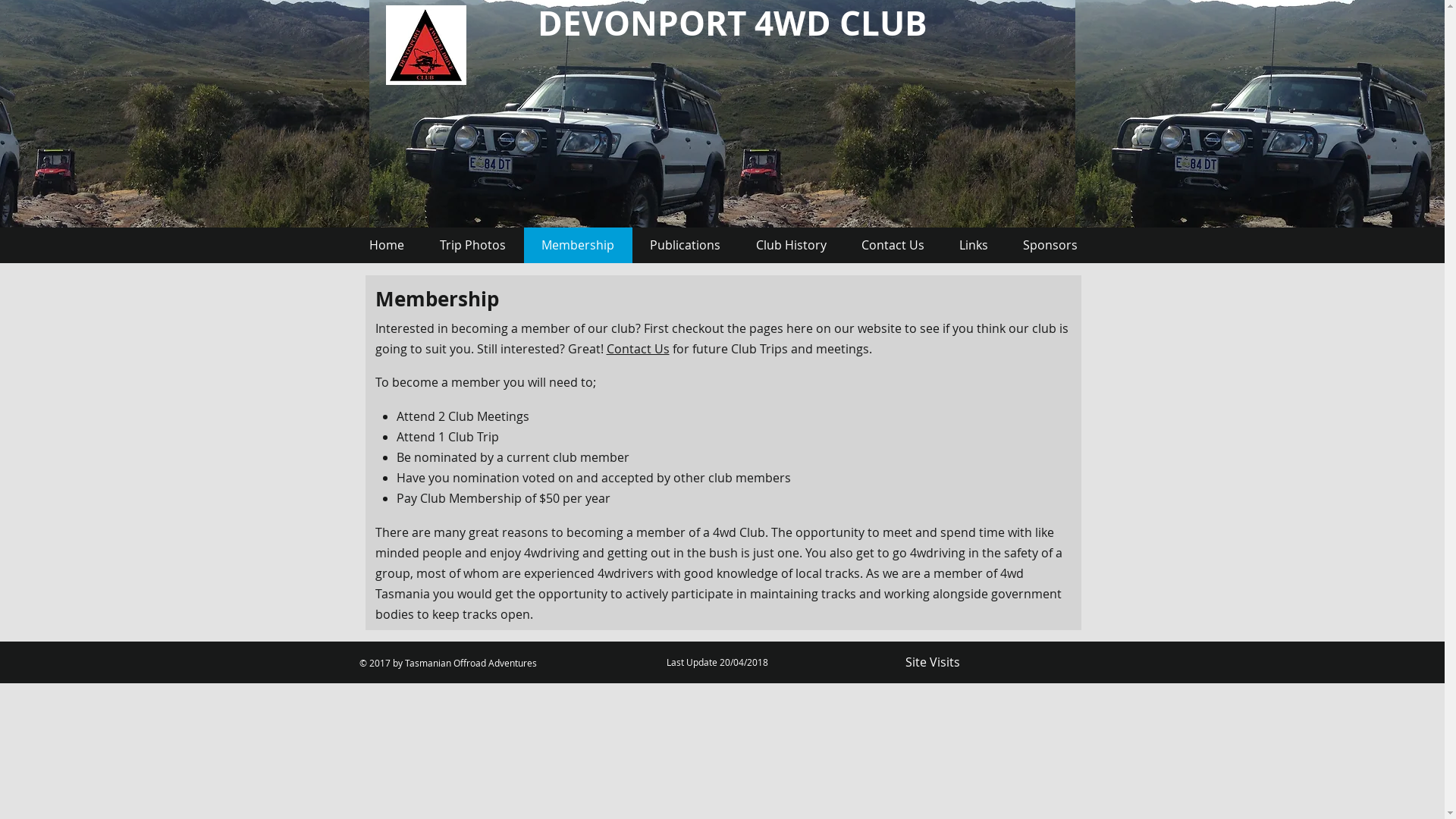  I want to click on 'Home', so click(351, 244).